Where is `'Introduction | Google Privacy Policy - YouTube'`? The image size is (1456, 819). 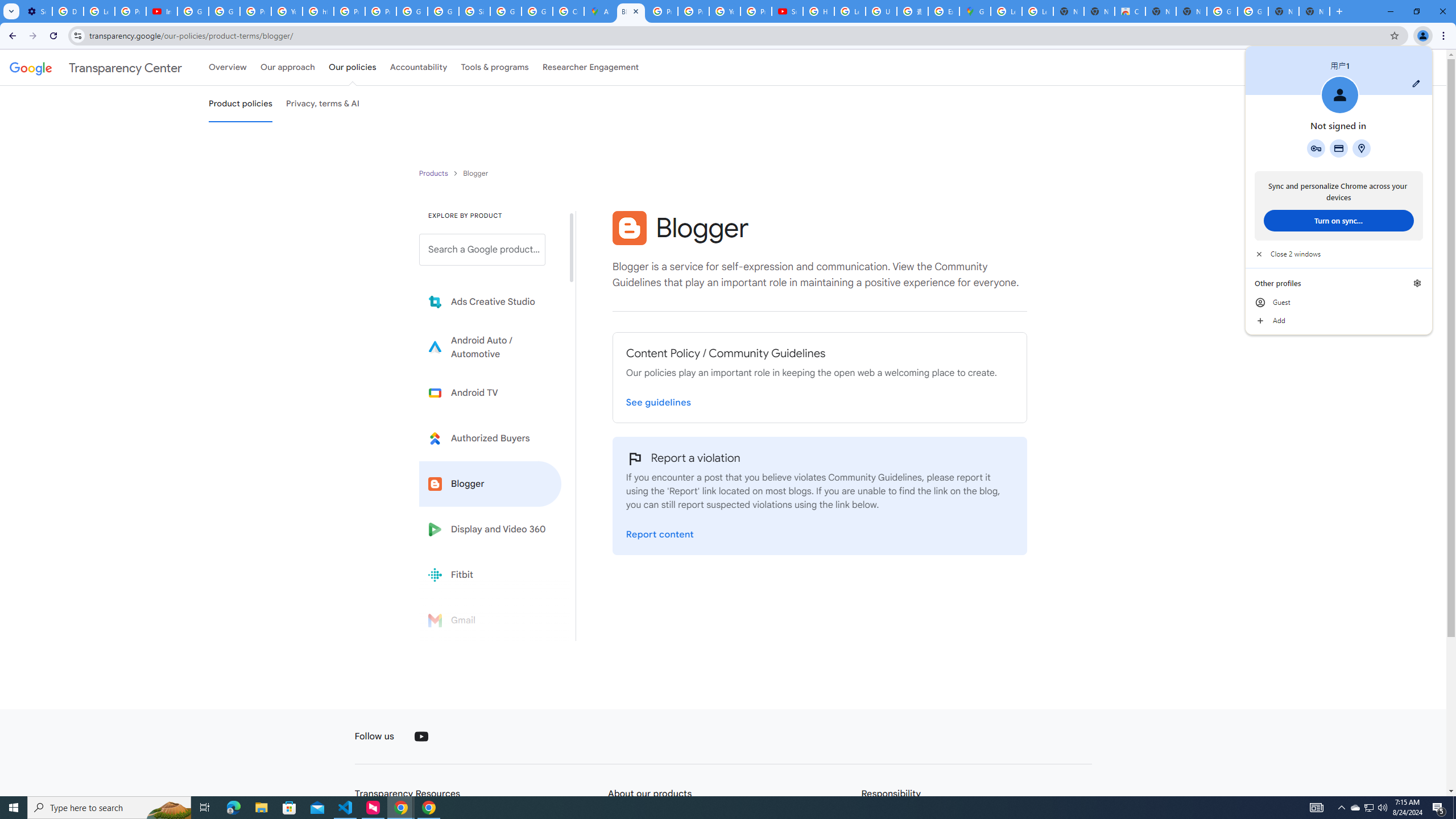
'Introduction | Google Privacy Policy - YouTube' is located at coordinates (162, 11).